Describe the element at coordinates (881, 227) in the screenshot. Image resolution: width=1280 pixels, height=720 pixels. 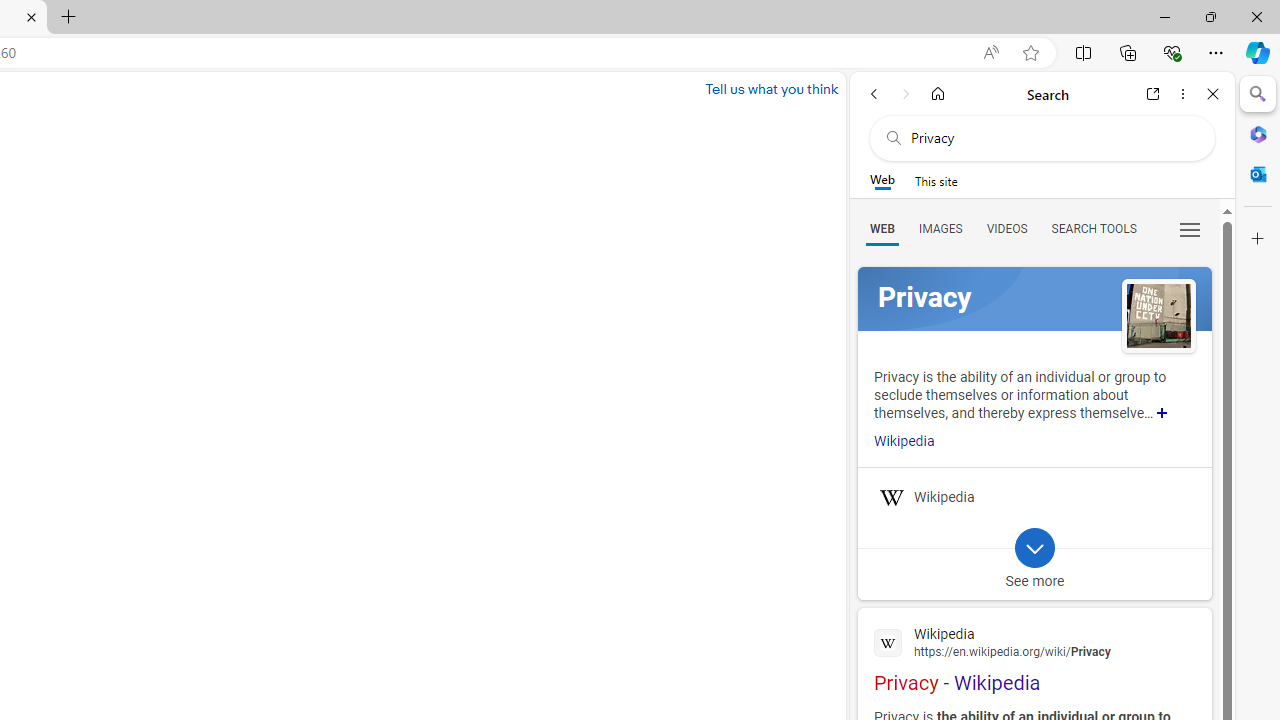
I see `'Search Filter, WEB'` at that location.